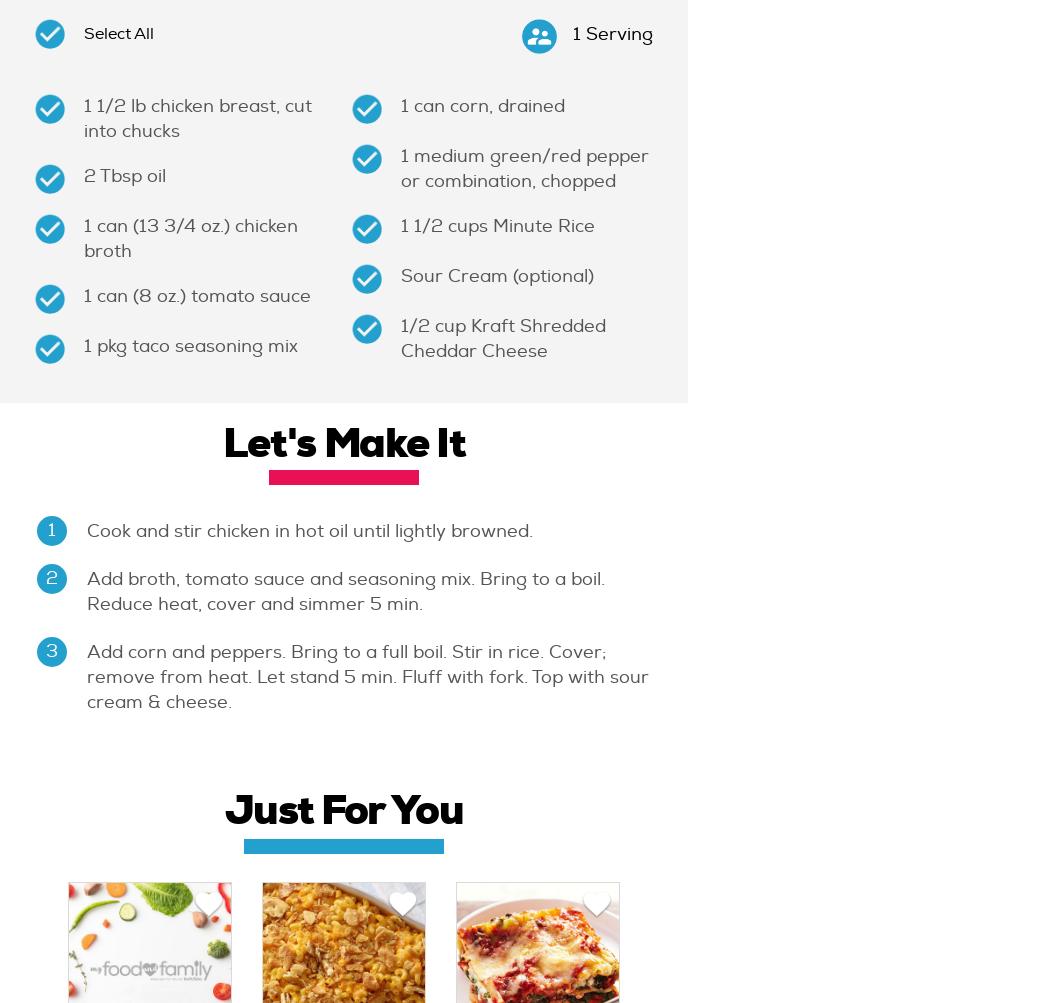 This screenshot has height=1003, width=1050. I want to click on 'cups', so click(470, 226).